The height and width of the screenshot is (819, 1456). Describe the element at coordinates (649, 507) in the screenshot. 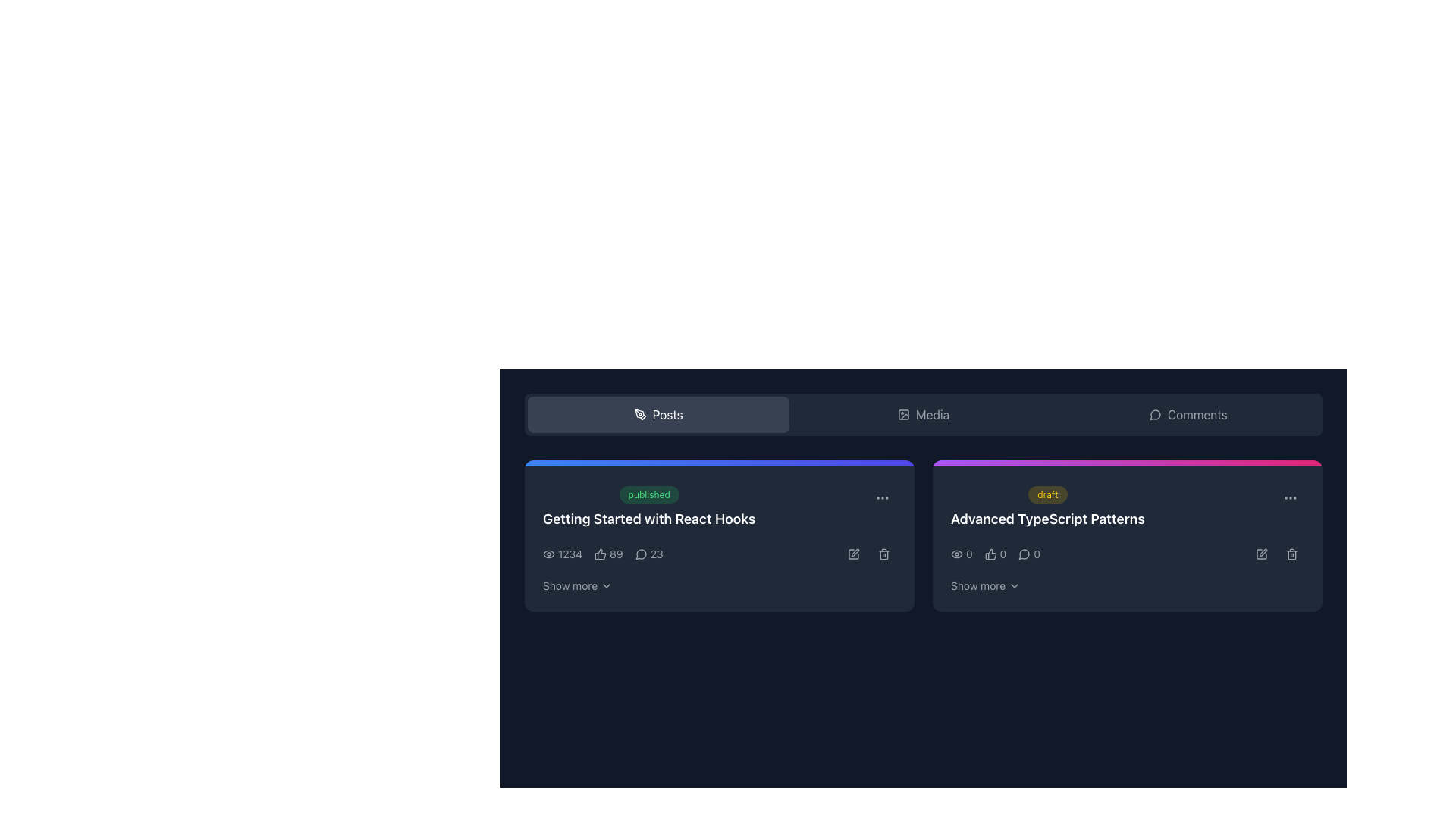

I see `text of the title 'Getting Started with React Hooks' located below the green 'published' label in the center-left area of the card layout` at that location.